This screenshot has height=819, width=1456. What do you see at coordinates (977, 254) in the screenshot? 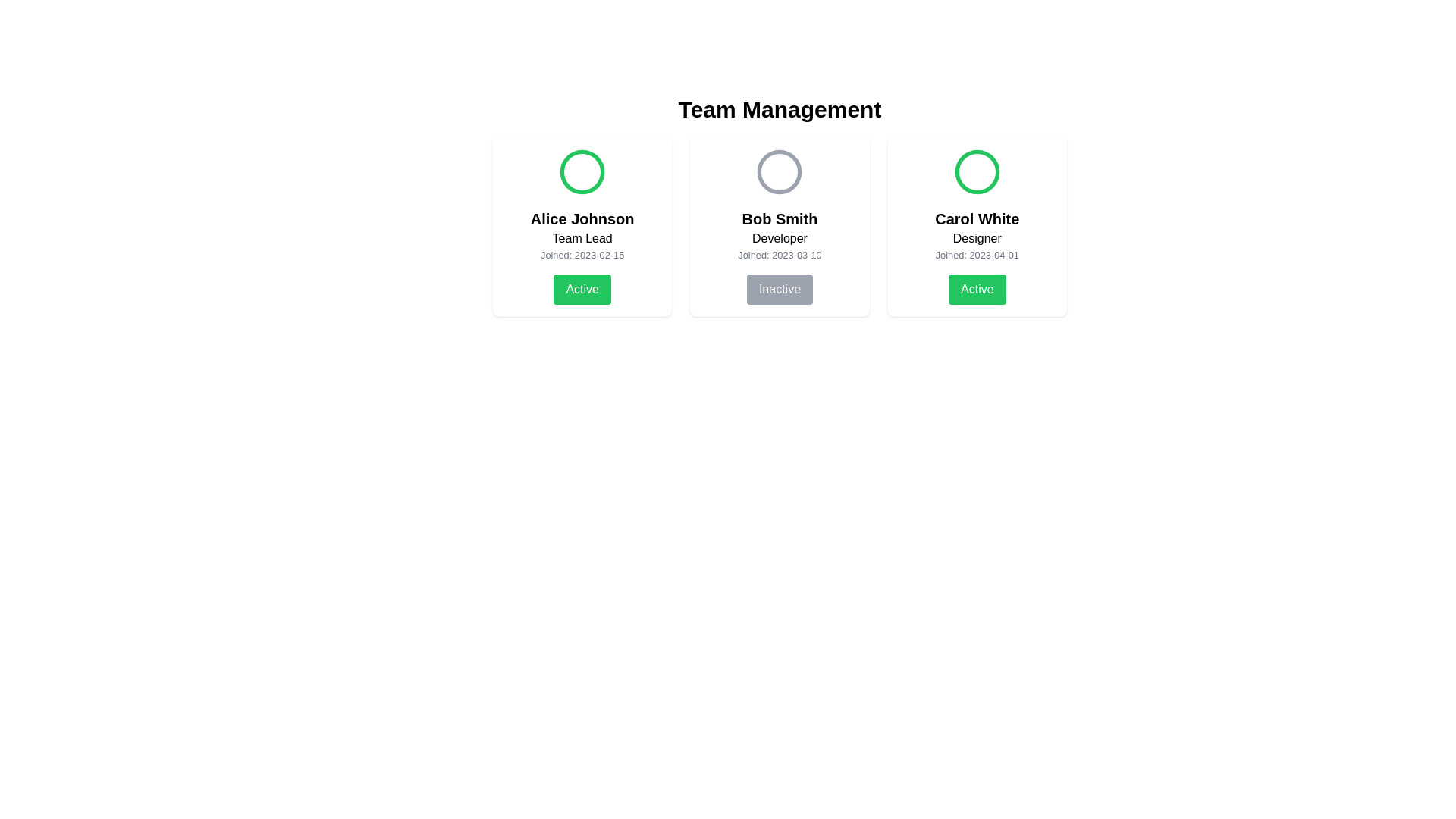
I see `the static text label displaying 'Joined: 2023-04-01' below the user role label 'Designer' and above the status button 'Active' in Carol White's profile card` at bounding box center [977, 254].